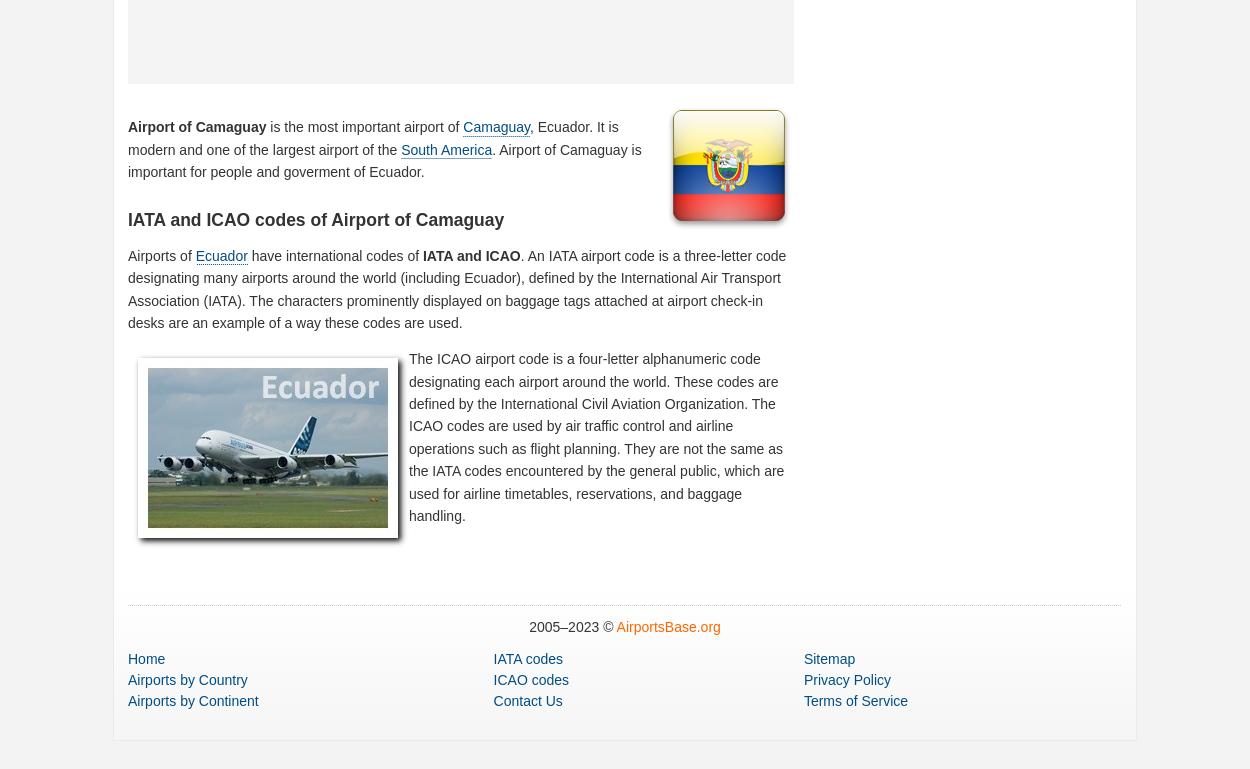  What do you see at coordinates (854, 701) in the screenshot?
I see `'Terms of Service'` at bounding box center [854, 701].